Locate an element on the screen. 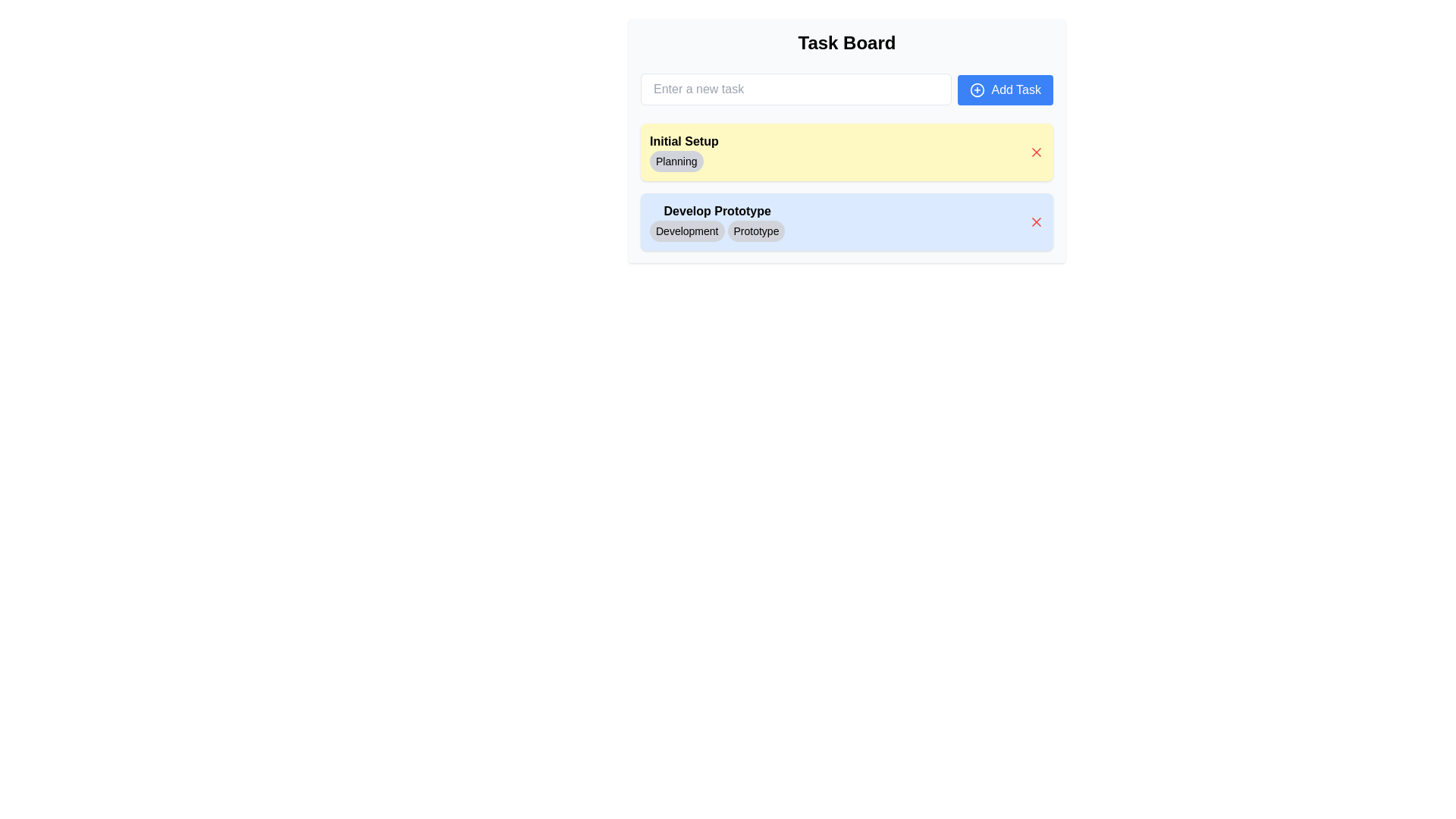  the Text label that serves as the title for the yellow task card labeled 'Initial Setup Planning' within the task board interface is located at coordinates (683, 141).